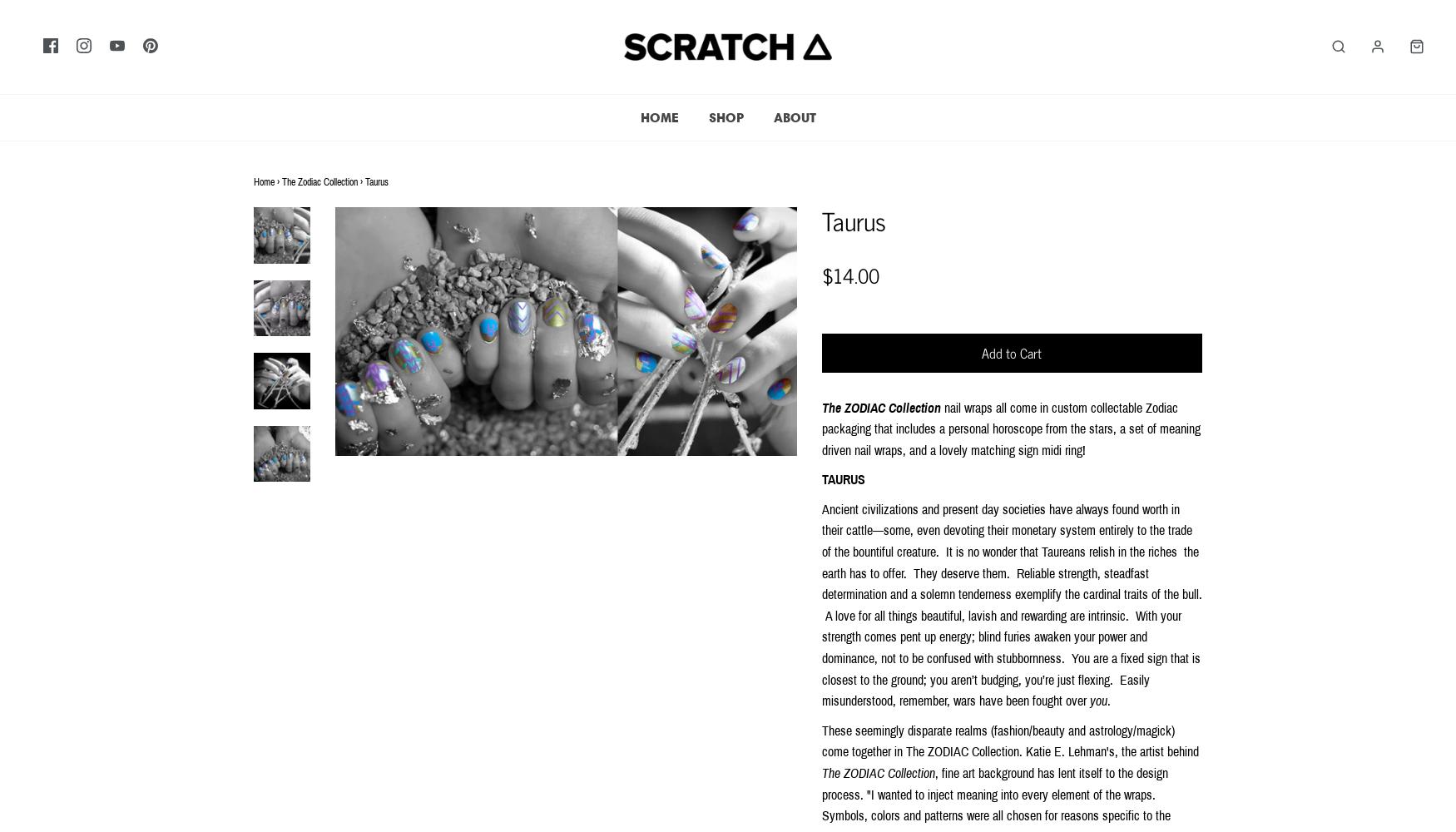 The image size is (1456, 832). What do you see at coordinates (1064, 751) in the screenshot?
I see `'Katie E. Lehman'` at bounding box center [1064, 751].